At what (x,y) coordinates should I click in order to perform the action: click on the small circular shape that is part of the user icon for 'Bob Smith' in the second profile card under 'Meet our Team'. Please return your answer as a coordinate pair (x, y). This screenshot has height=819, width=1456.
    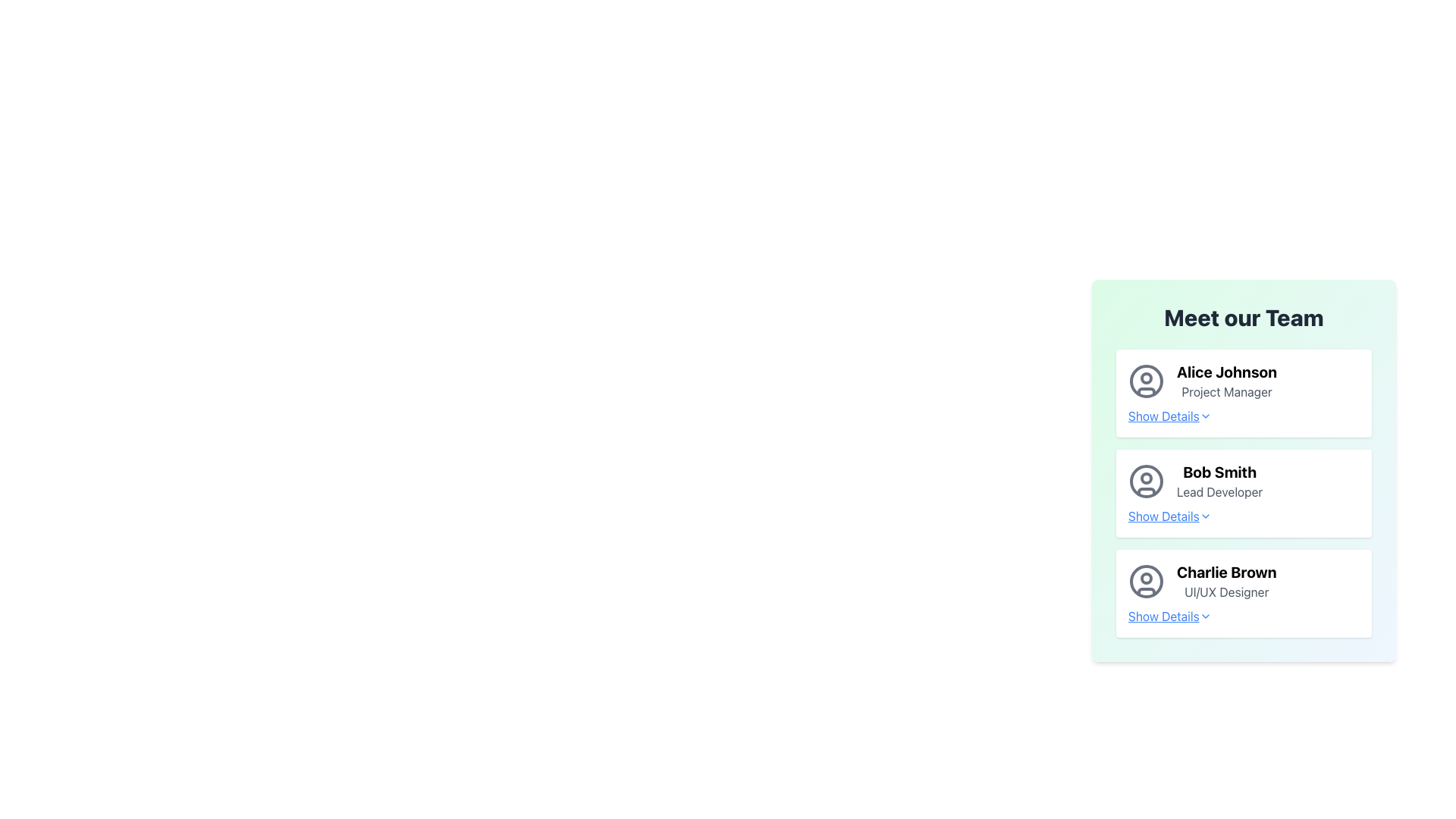
    Looking at the image, I should click on (1147, 479).